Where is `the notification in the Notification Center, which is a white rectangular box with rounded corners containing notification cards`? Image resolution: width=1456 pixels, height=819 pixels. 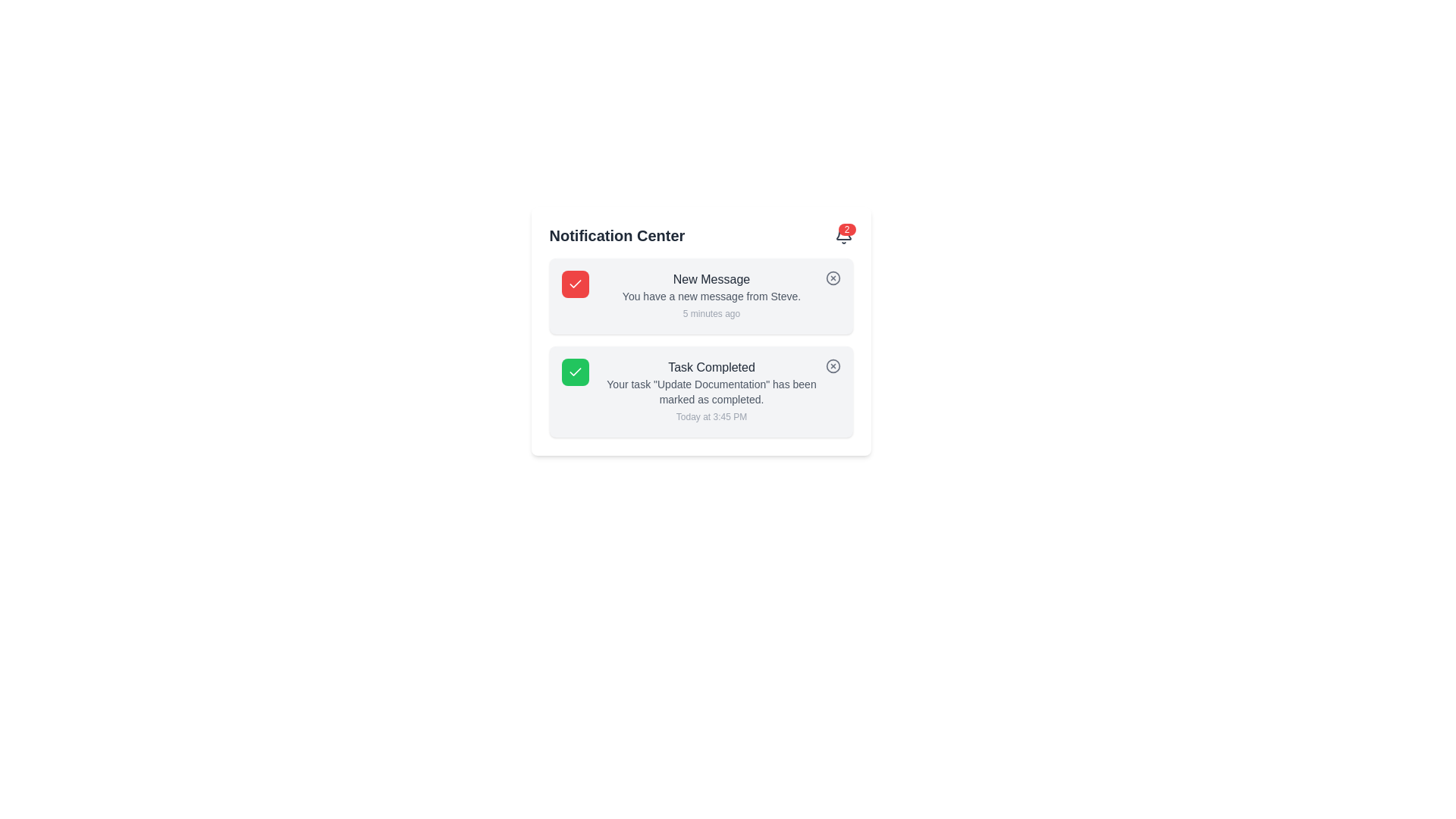
the notification in the Notification Center, which is a white rectangular box with rounded corners containing notification cards is located at coordinates (700, 330).